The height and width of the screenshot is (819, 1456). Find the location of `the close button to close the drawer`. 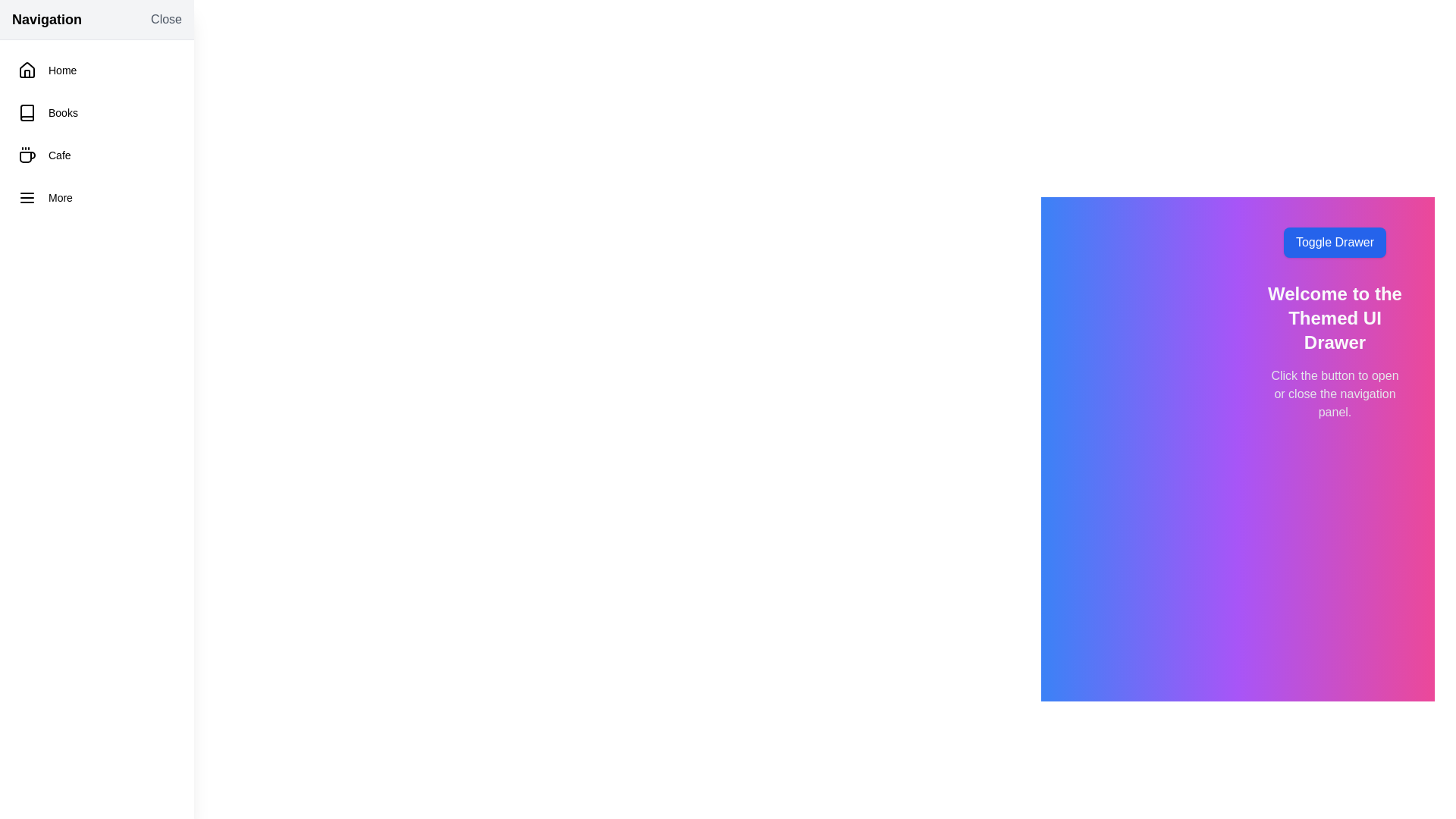

the close button to close the drawer is located at coordinates (166, 20).